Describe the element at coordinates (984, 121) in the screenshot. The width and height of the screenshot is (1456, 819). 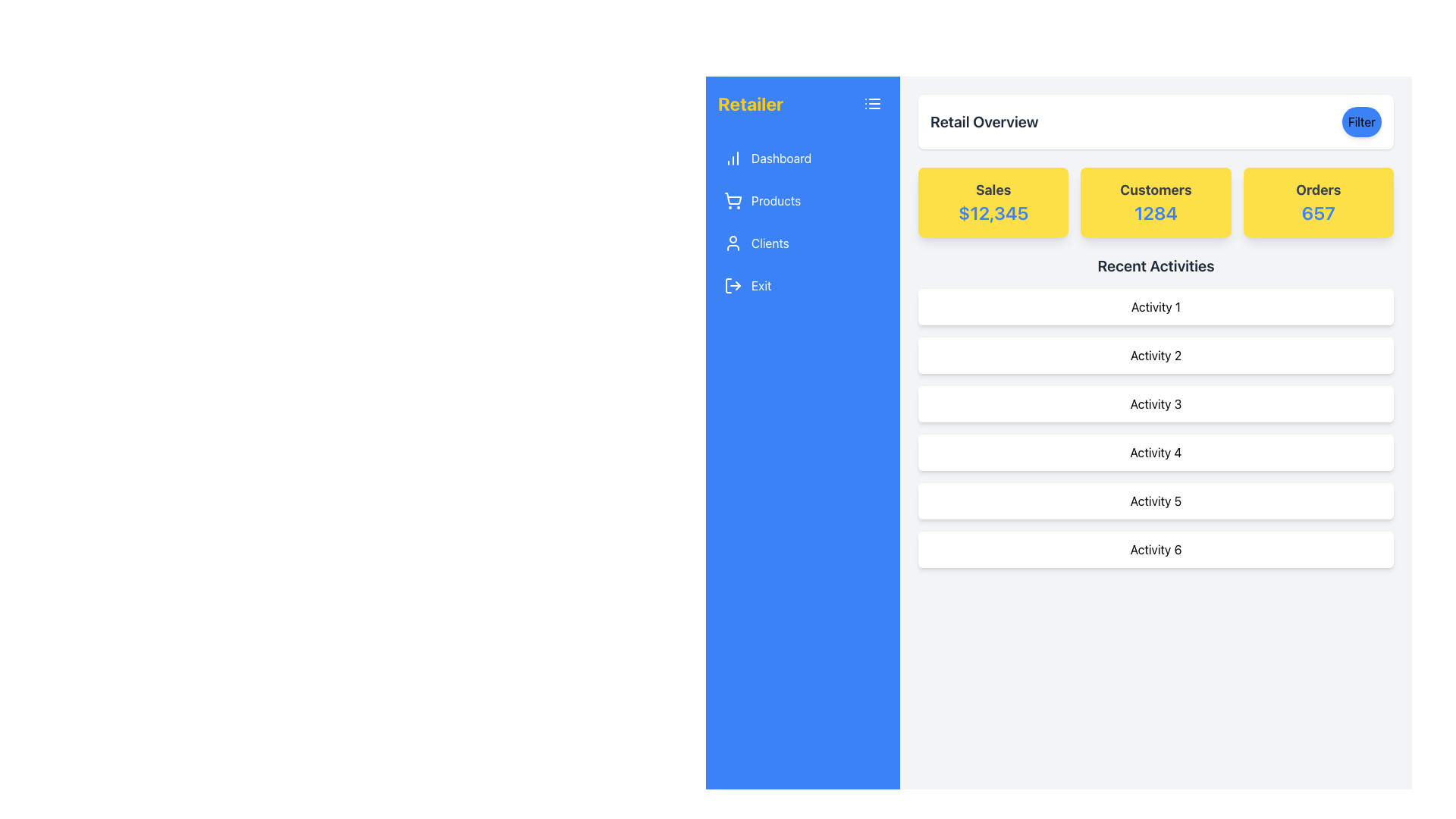
I see `text content of the 'Retail Overview' label, which is a large bold text in dark gray located at the top-left section of the main content area` at that location.